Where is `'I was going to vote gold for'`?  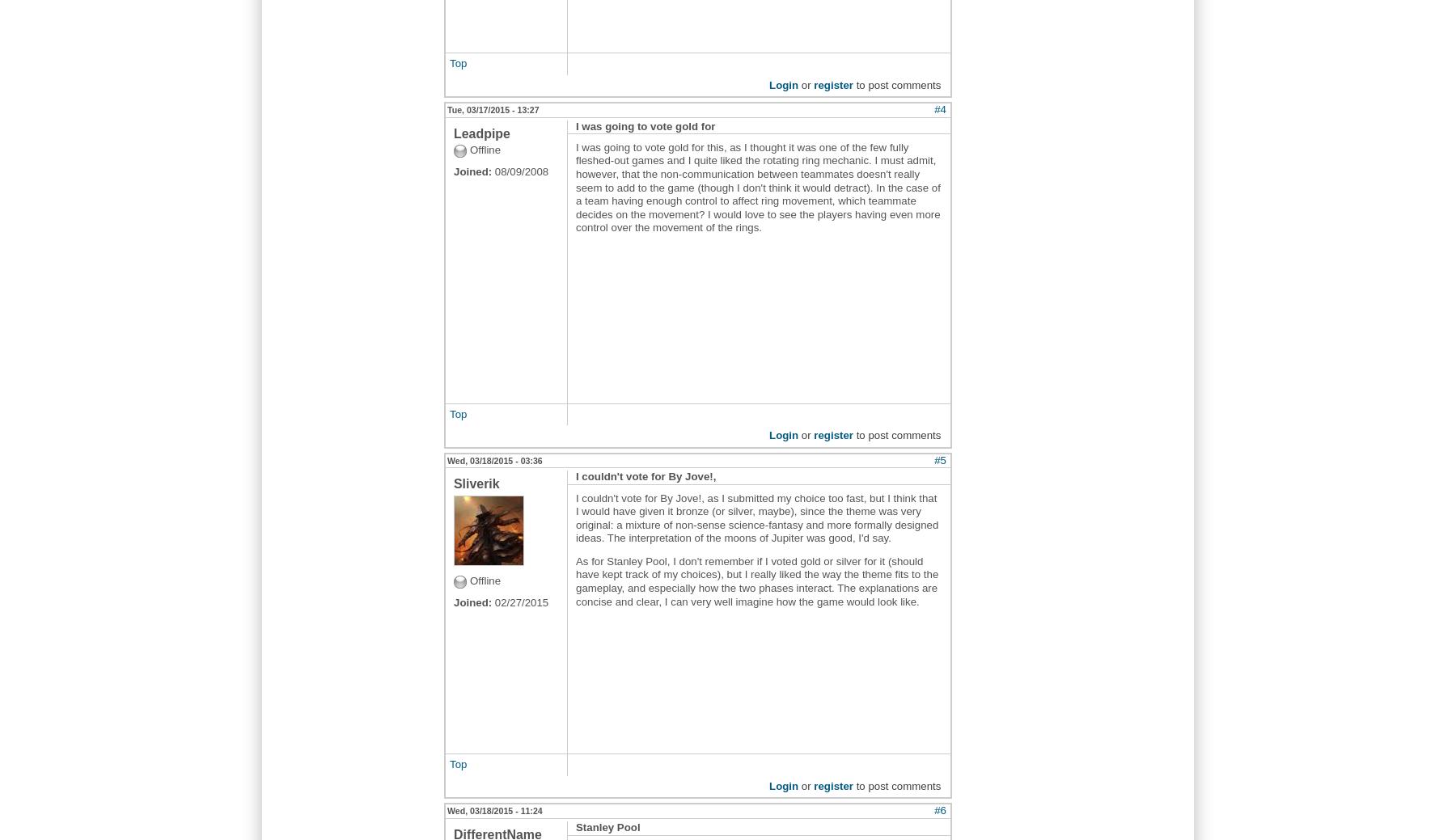 'I was going to vote gold for' is located at coordinates (575, 125).